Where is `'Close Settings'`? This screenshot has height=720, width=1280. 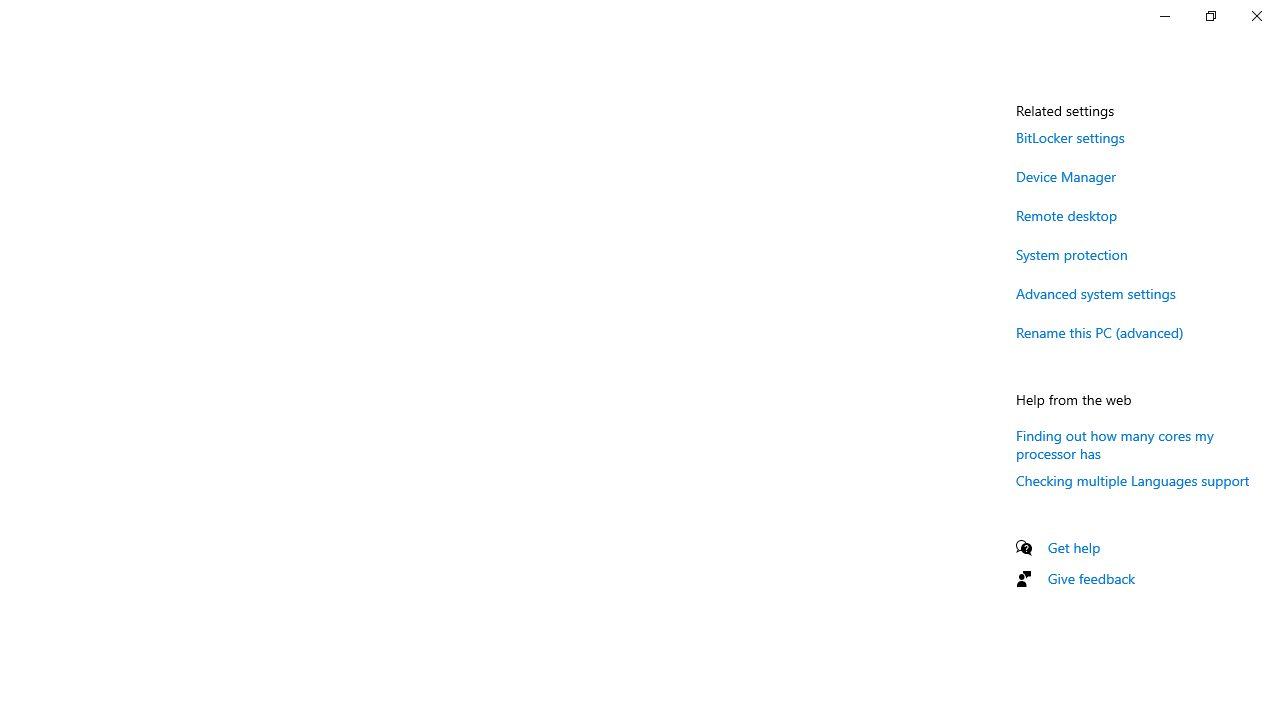
'Close Settings' is located at coordinates (1255, 15).